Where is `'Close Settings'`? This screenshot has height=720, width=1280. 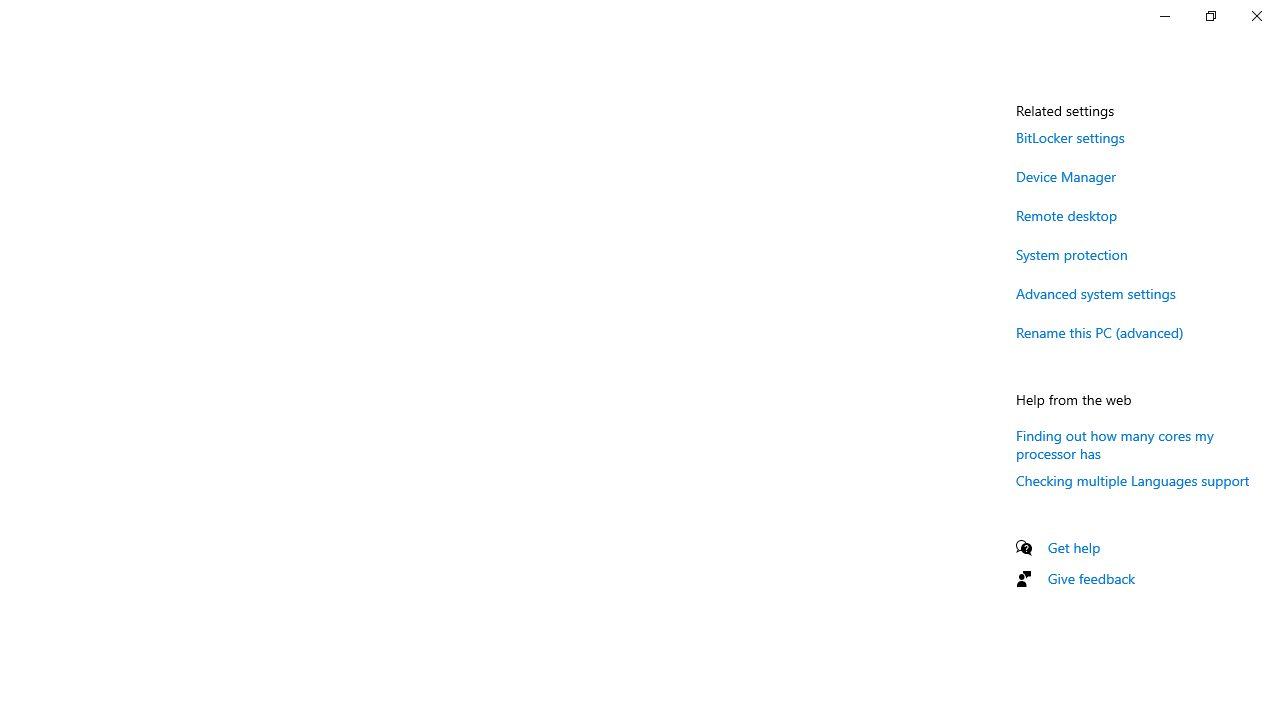
'Close Settings' is located at coordinates (1255, 15).